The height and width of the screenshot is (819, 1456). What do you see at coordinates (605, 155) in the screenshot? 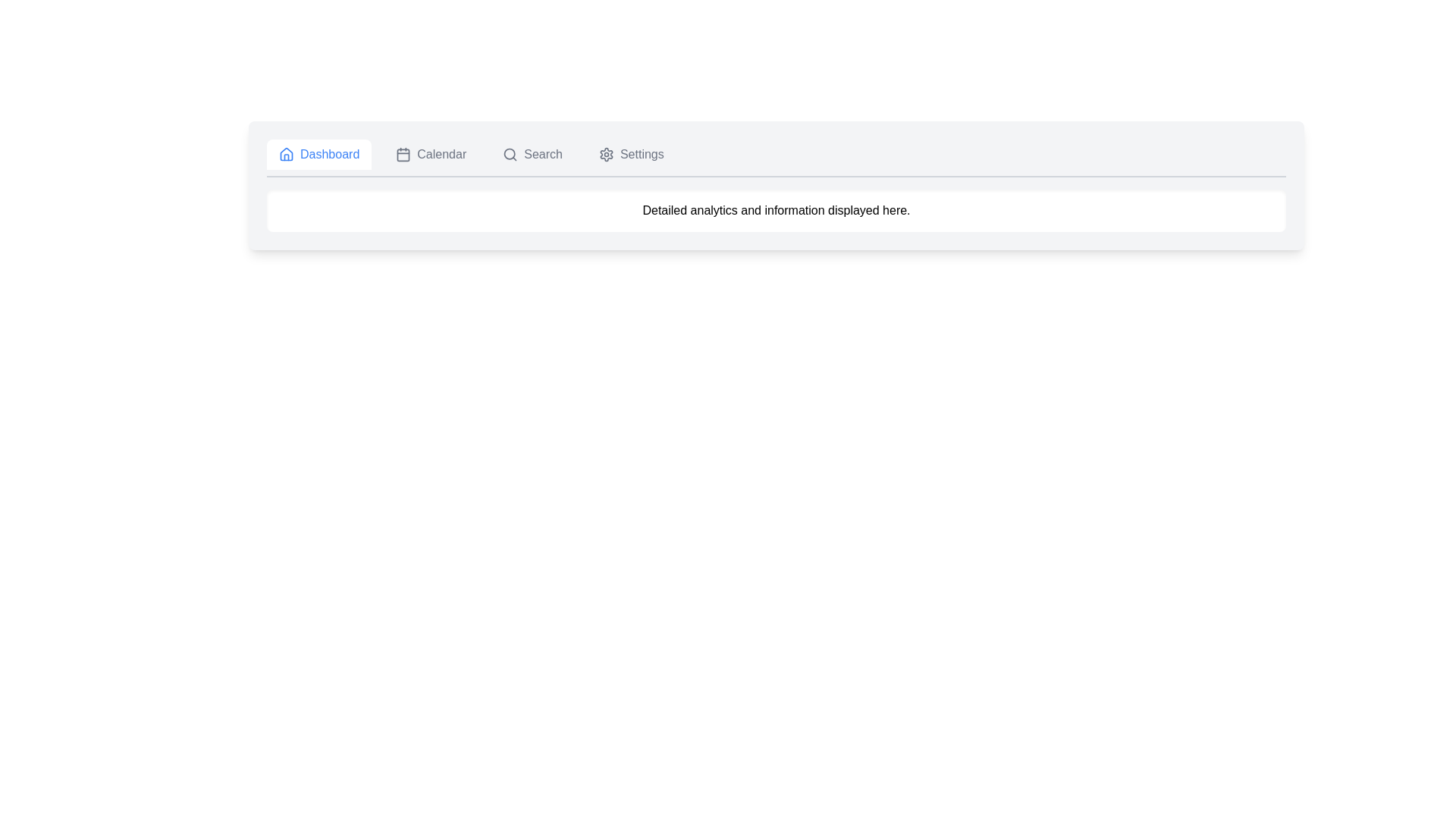
I see `the gear-shaped icon in the header navigation bar that signifies settings functionality, located immediately to the left of the word 'Settings'` at bounding box center [605, 155].